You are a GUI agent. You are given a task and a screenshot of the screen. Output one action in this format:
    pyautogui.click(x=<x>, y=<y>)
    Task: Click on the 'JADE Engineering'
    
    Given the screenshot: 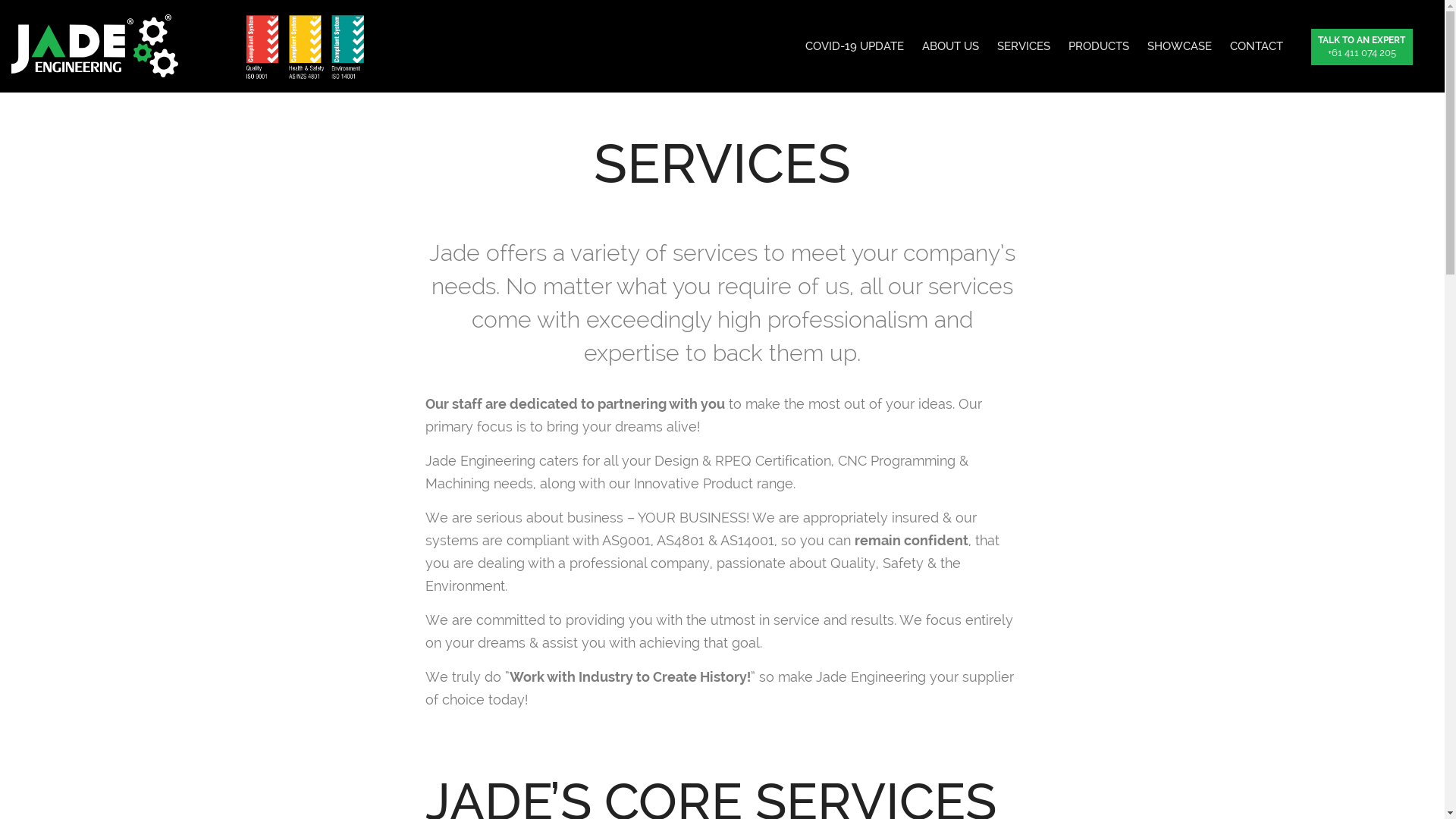 What is the action you would take?
    pyautogui.click(x=11, y=45)
    